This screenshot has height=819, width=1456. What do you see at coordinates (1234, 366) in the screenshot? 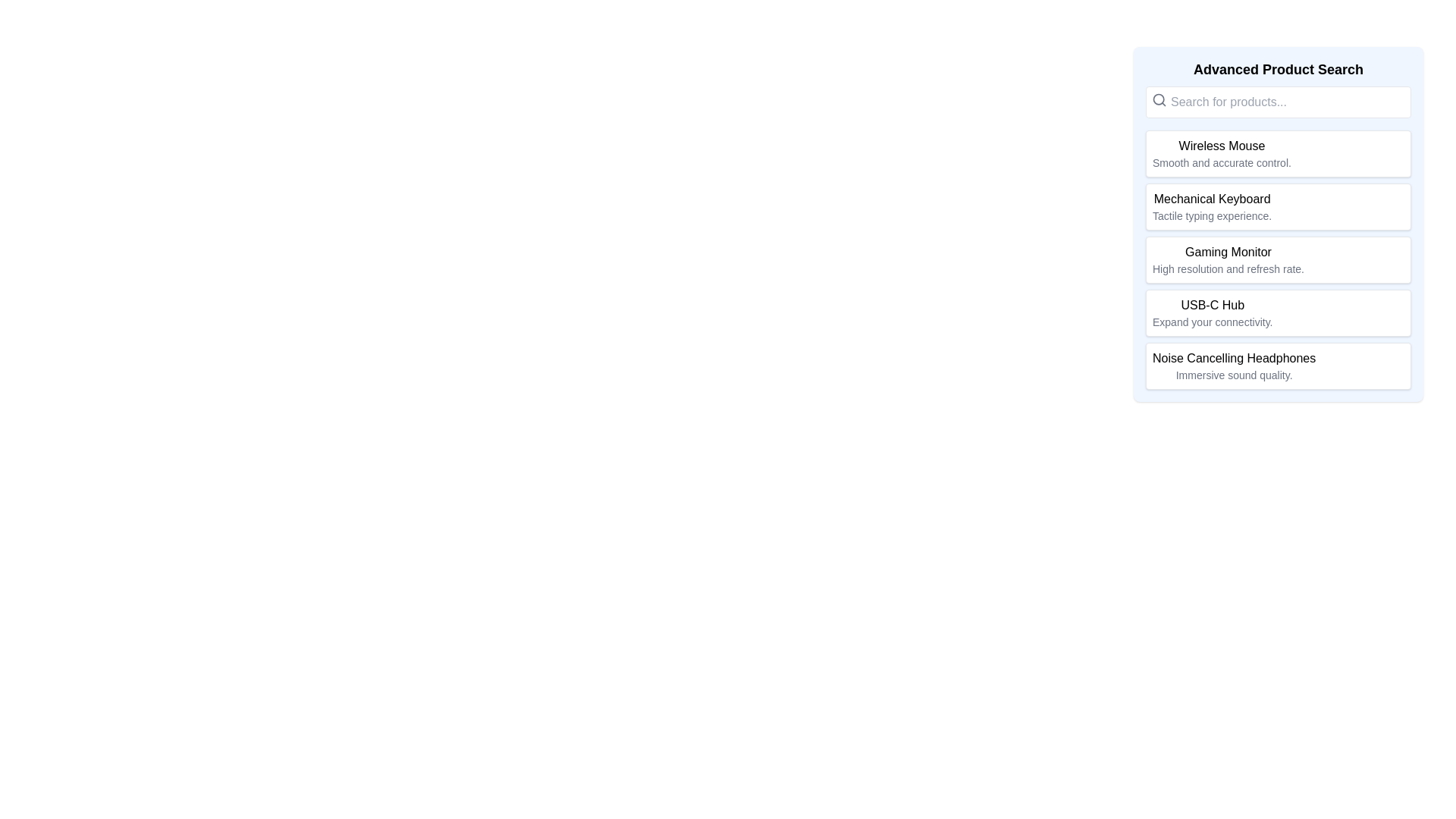
I see `the list item entry titled 'Noise Cancelling Headphones' in the sidebar section 'Advanced Product Search'` at bounding box center [1234, 366].